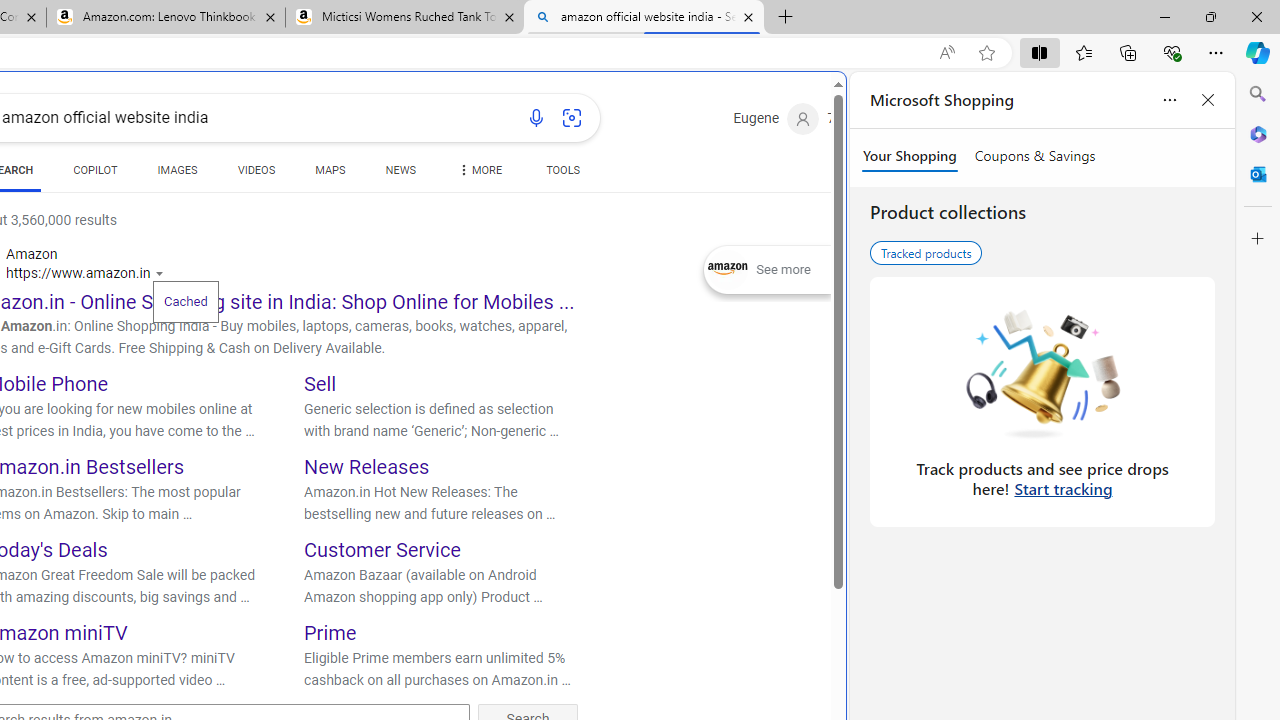  What do you see at coordinates (562, 170) in the screenshot?
I see `'TOOLS'` at bounding box center [562, 170].